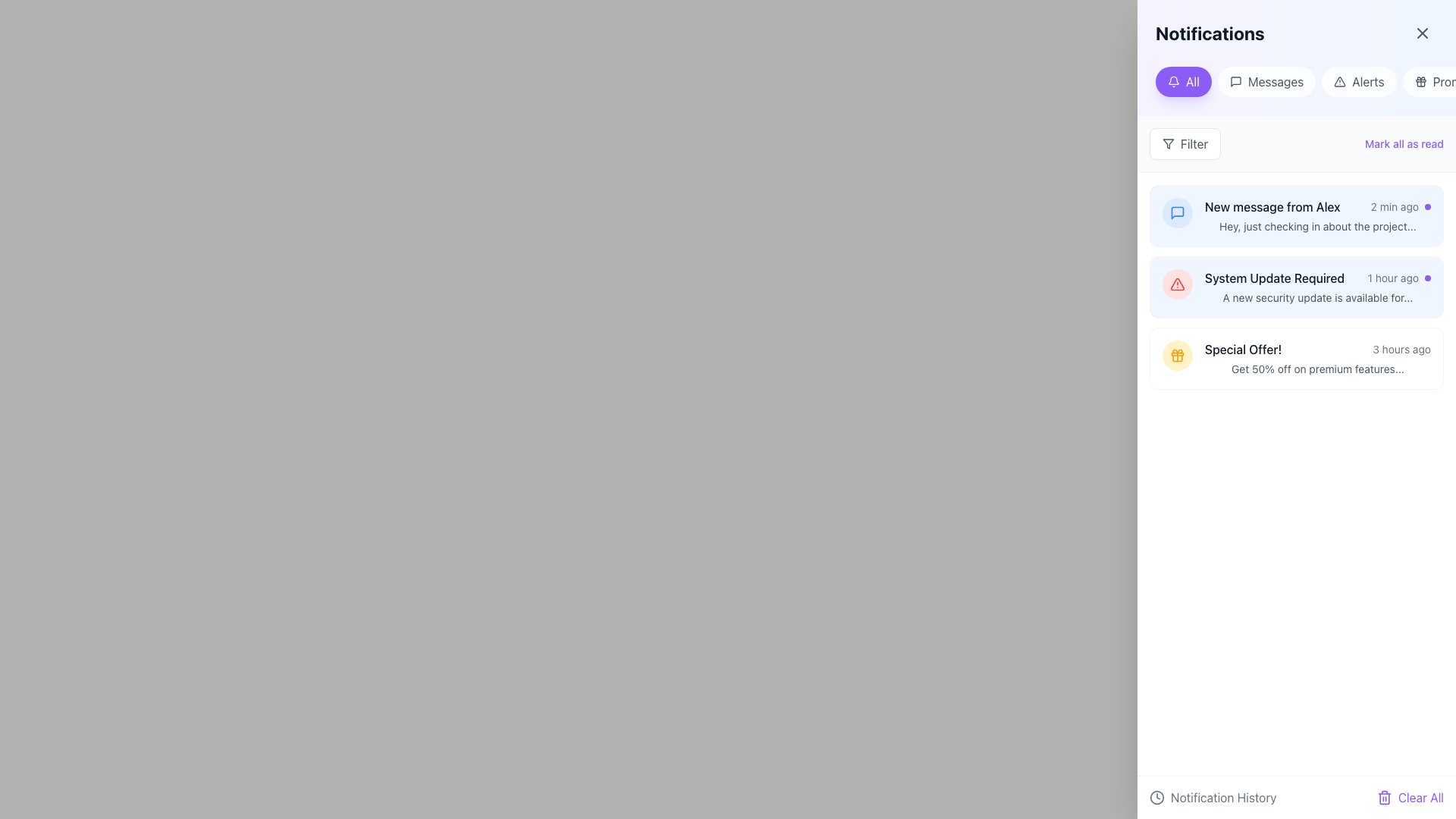 Image resolution: width=1456 pixels, height=819 pixels. I want to click on the clear-all button for notifications located at the far-right position of the bottom horizontal bar, so click(1409, 797).